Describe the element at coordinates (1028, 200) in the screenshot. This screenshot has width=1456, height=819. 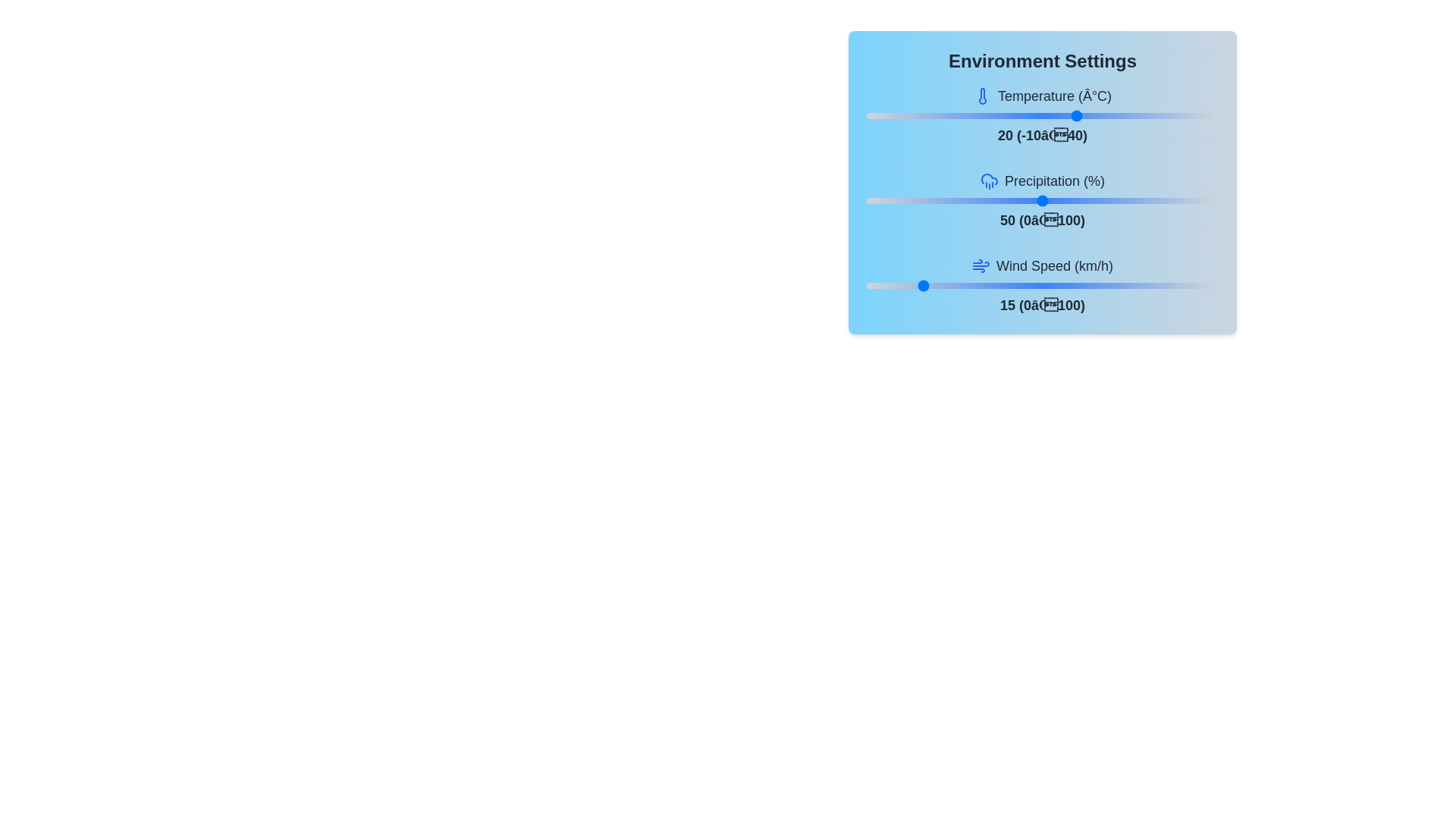
I see `the precipitation` at that location.